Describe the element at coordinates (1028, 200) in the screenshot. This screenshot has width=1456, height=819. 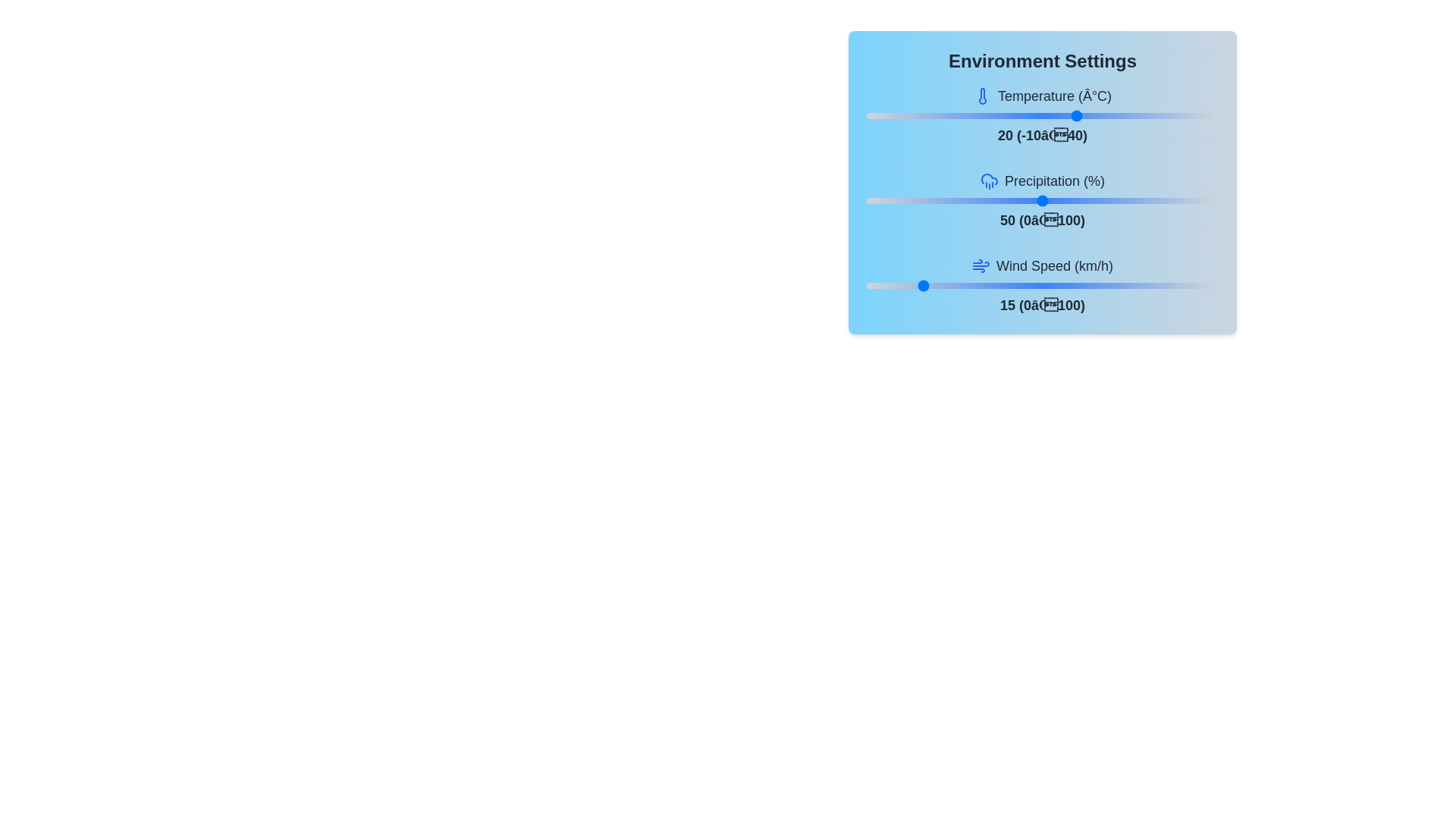
I see `the precipitation` at that location.